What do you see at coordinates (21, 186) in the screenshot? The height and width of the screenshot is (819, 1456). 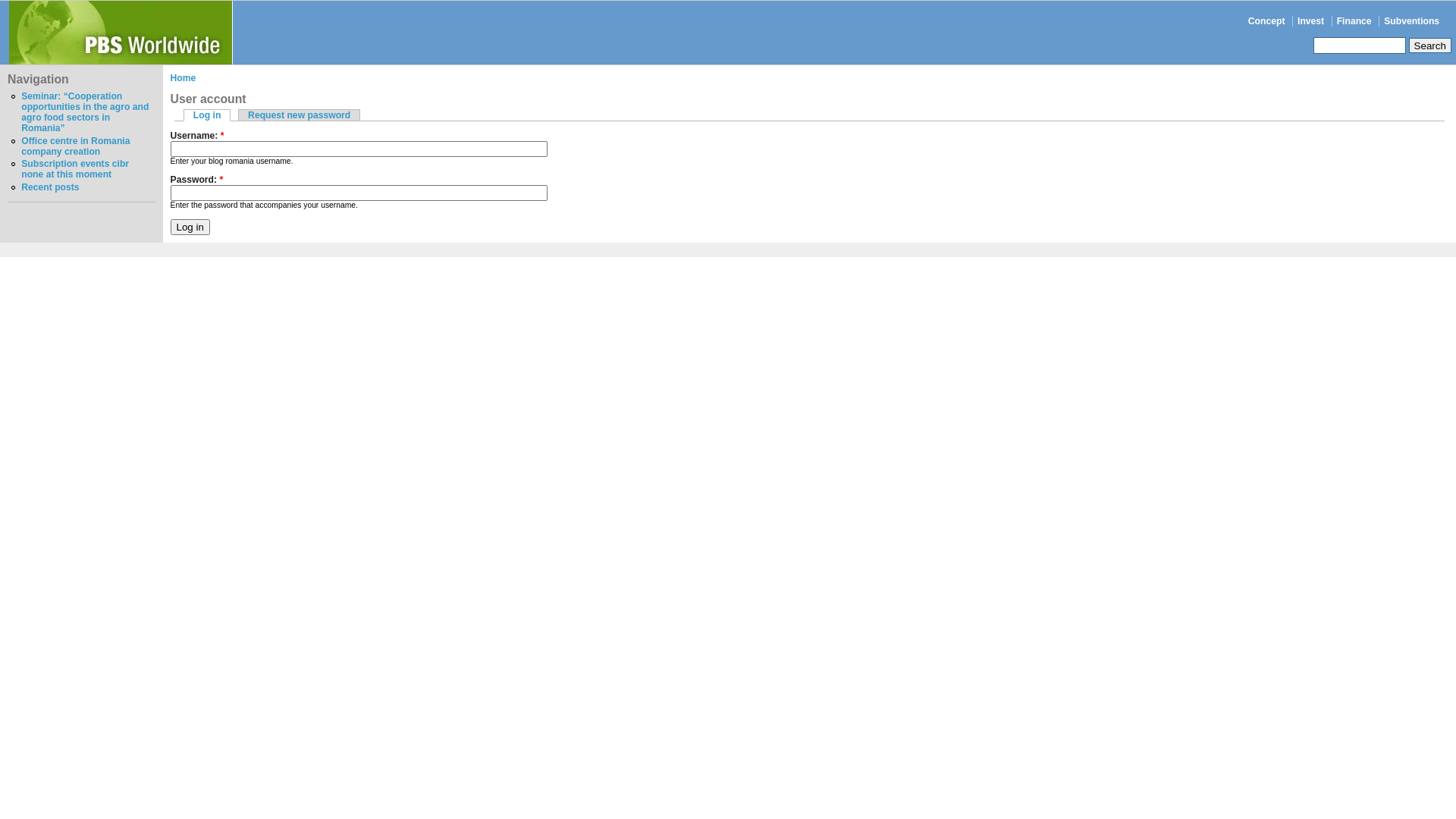 I see `'Recent posts'` at bounding box center [21, 186].